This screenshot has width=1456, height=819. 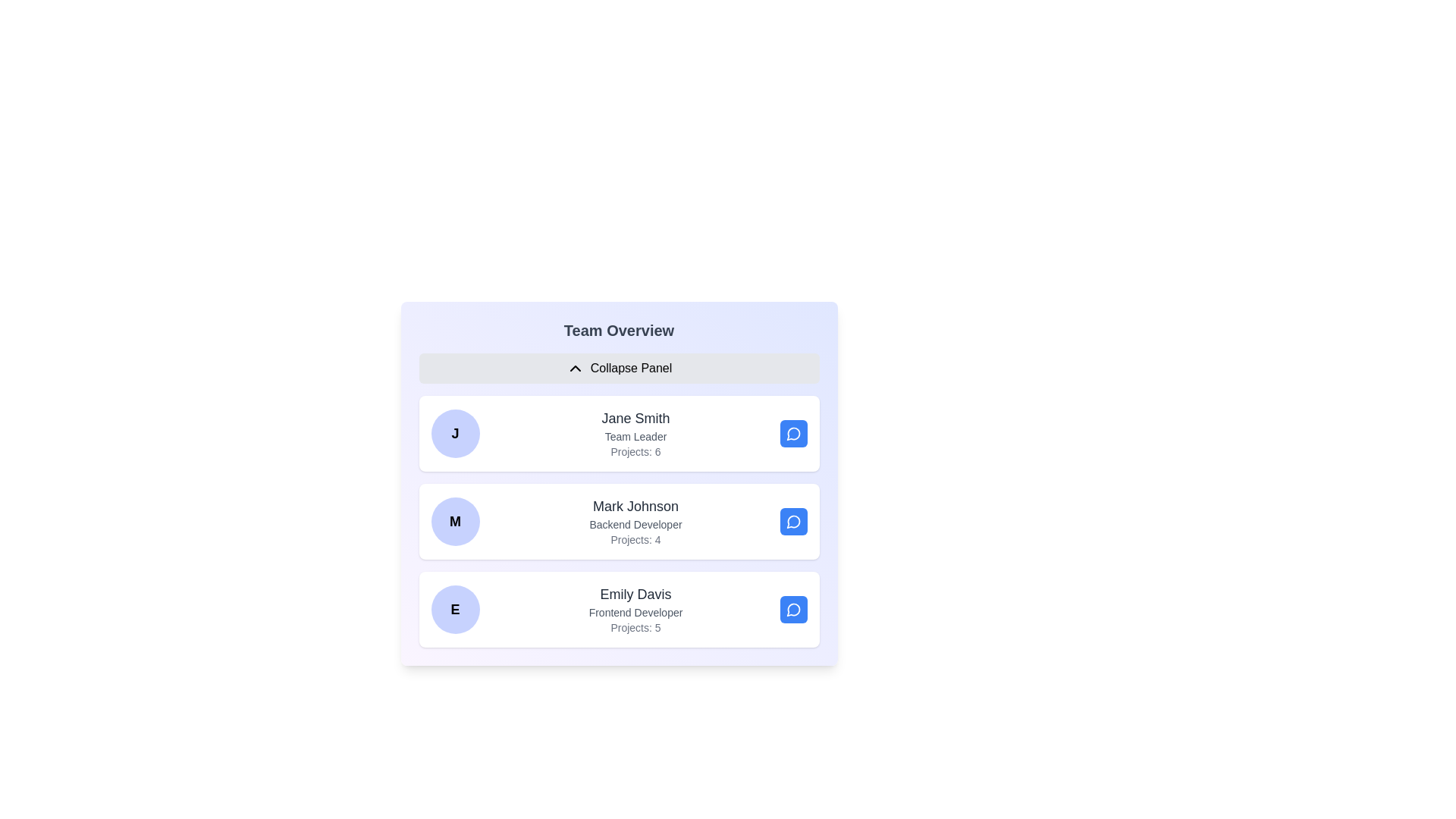 What do you see at coordinates (635, 418) in the screenshot?
I see `text label 'Jane Smith' which is styled with medium gray font and large font size, located at the top of the user card` at bounding box center [635, 418].